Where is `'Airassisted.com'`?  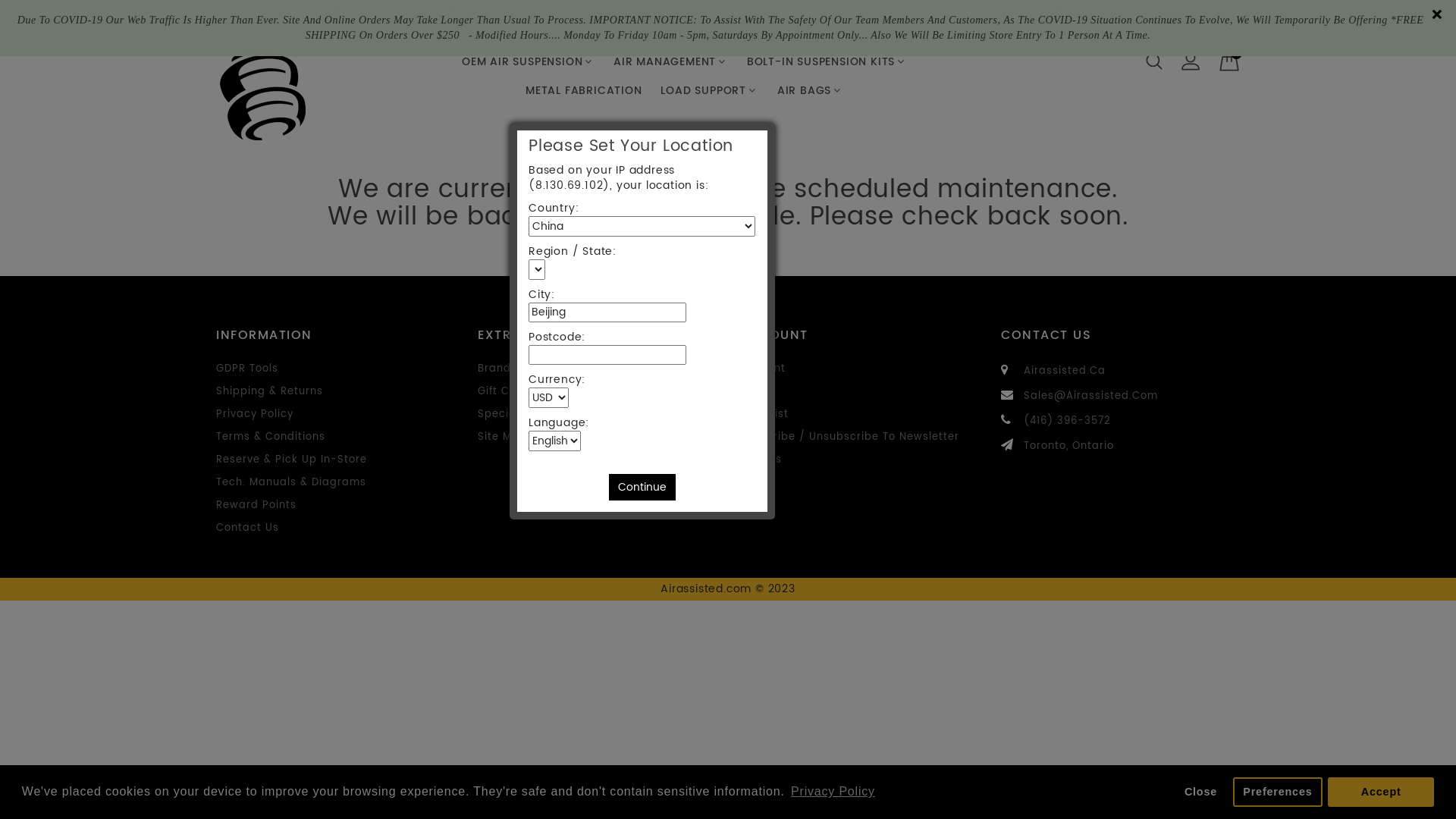
'Airassisted.com' is located at coordinates (263, 94).